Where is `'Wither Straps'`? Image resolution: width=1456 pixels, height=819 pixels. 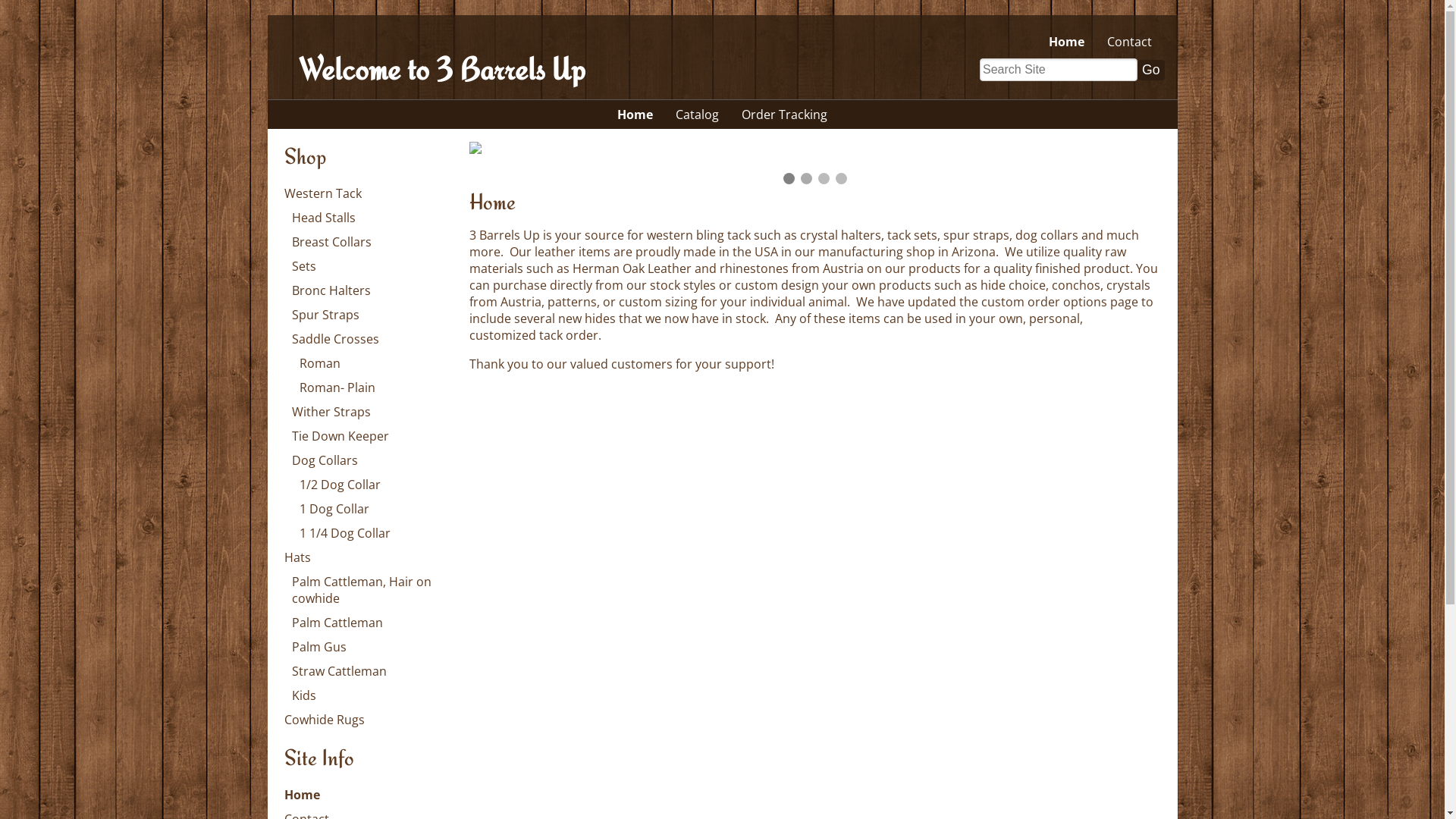 'Wither Straps' is located at coordinates (330, 412).